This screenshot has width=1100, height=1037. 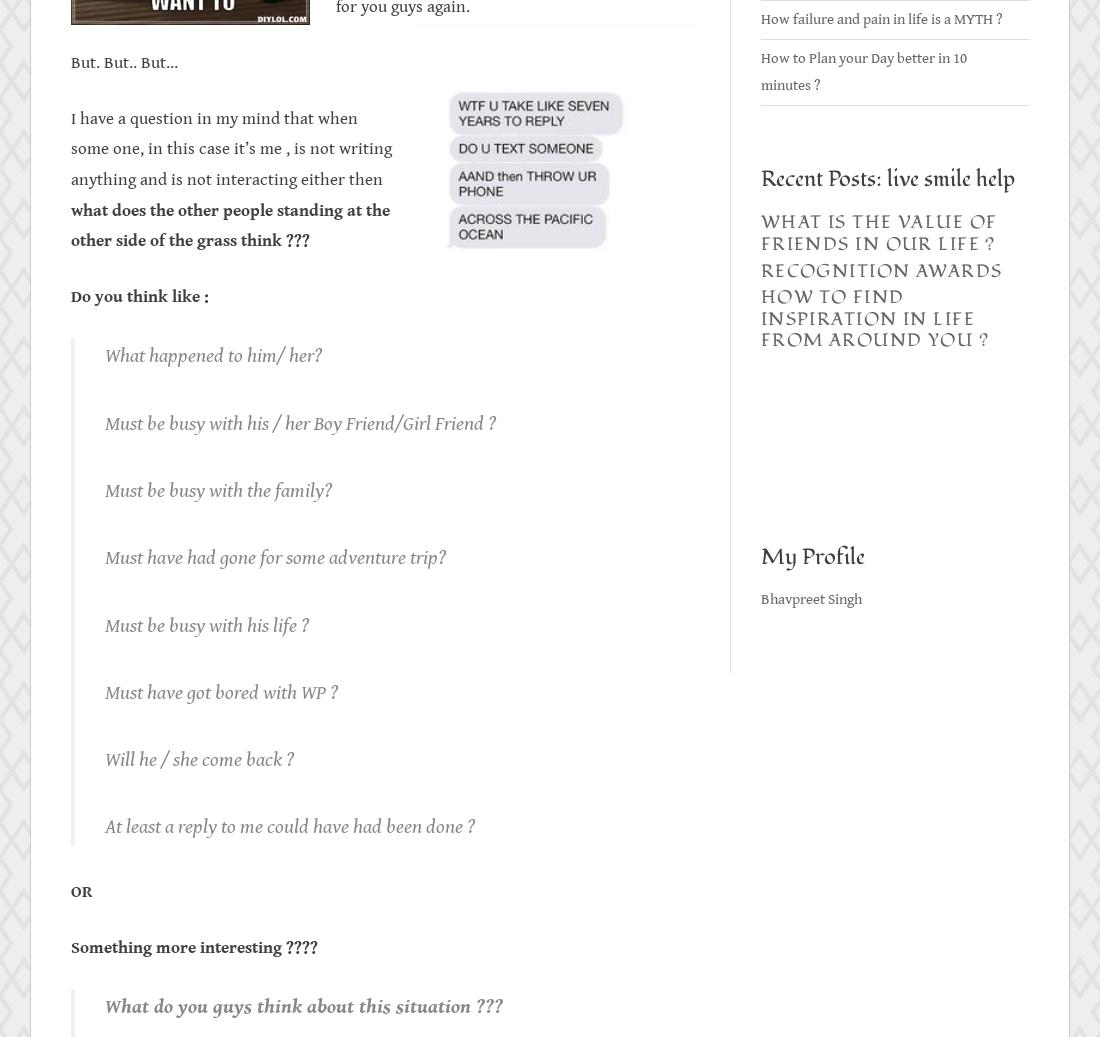 What do you see at coordinates (879, 269) in the screenshot?
I see `'Recognition Awards'` at bounding box center [879, 269].